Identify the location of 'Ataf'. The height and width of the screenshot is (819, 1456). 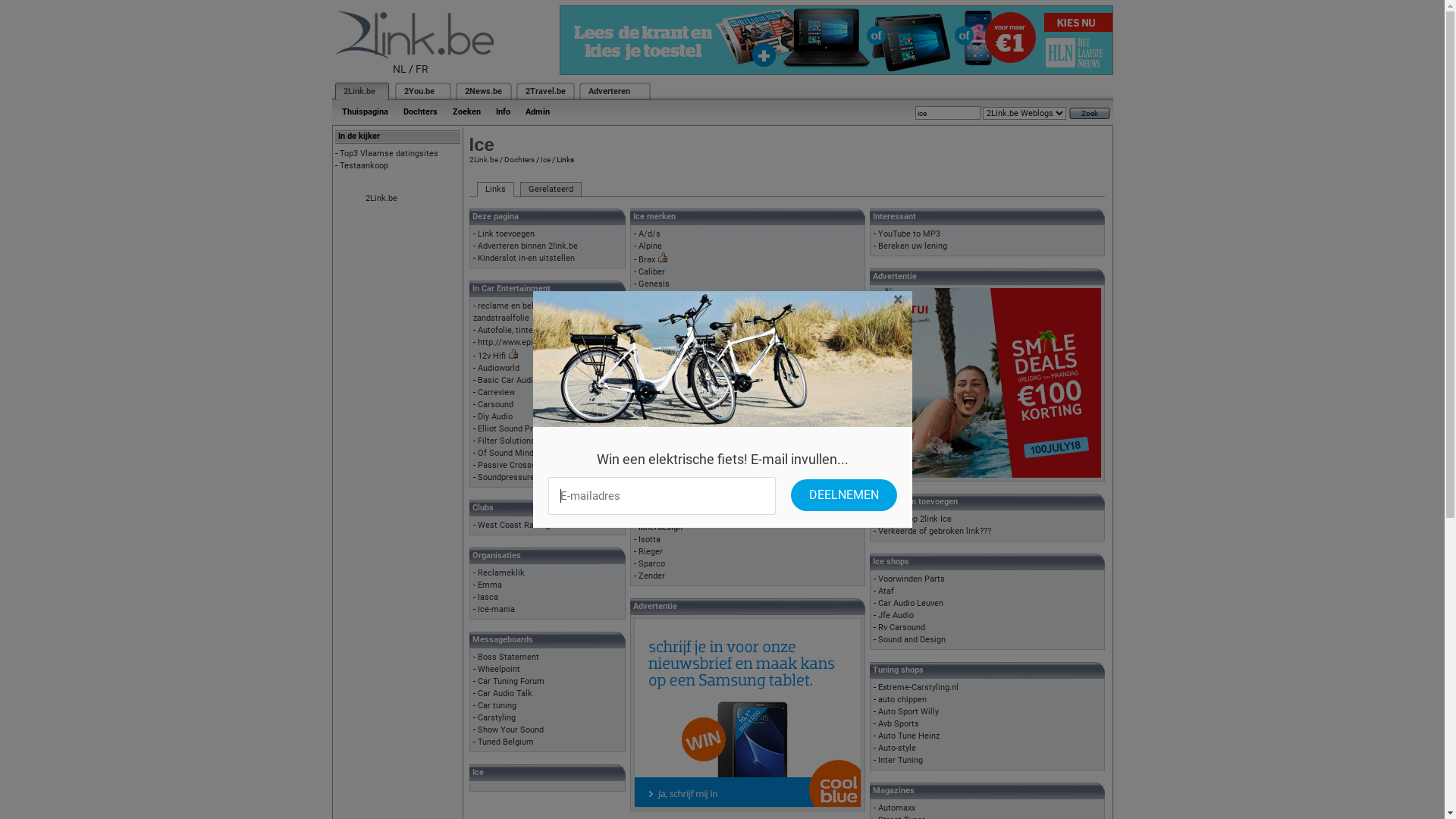
(886, 590).